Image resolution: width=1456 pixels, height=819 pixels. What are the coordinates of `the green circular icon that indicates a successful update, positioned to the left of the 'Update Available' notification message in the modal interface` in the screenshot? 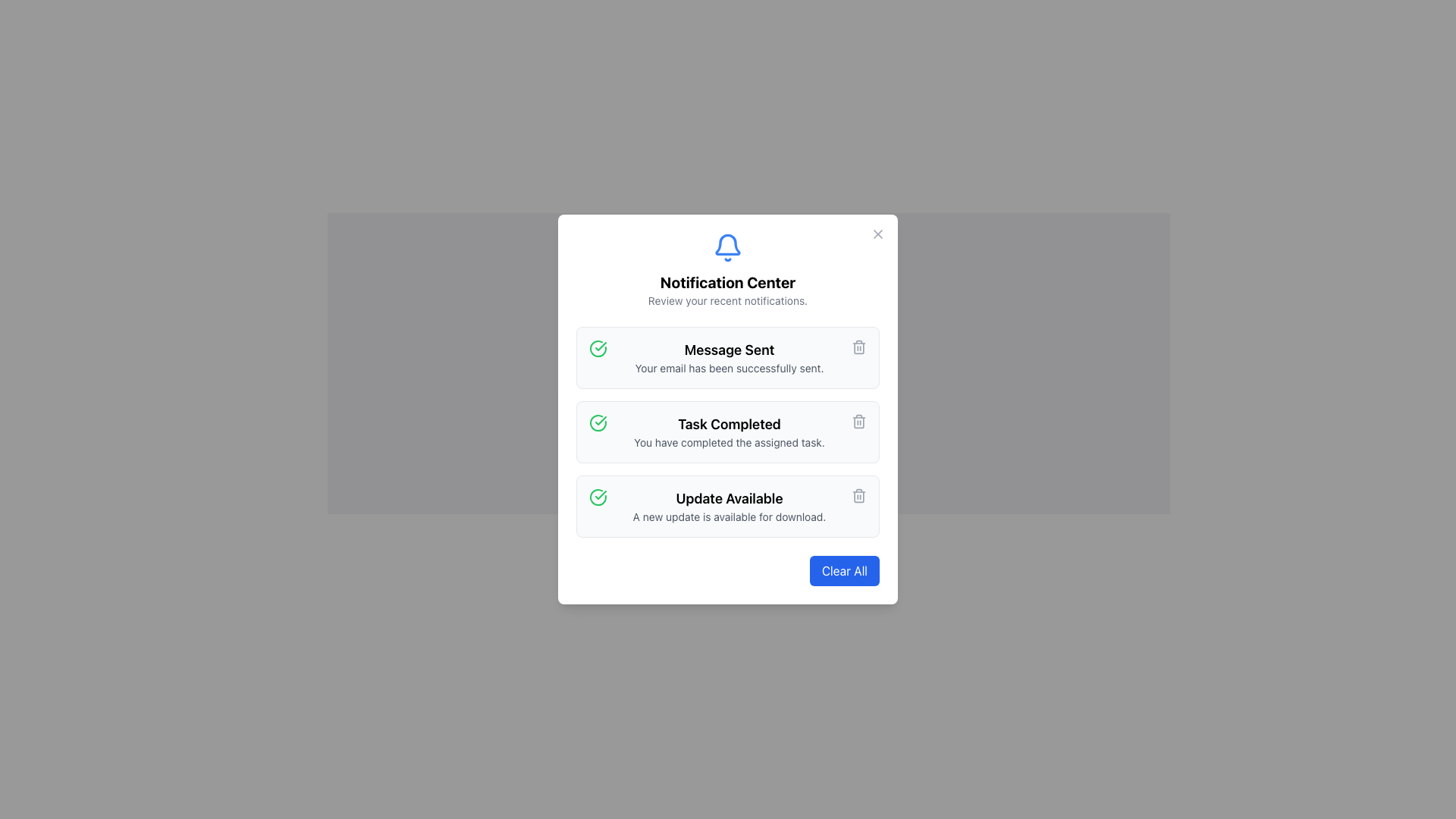 It's located at (600, 421).